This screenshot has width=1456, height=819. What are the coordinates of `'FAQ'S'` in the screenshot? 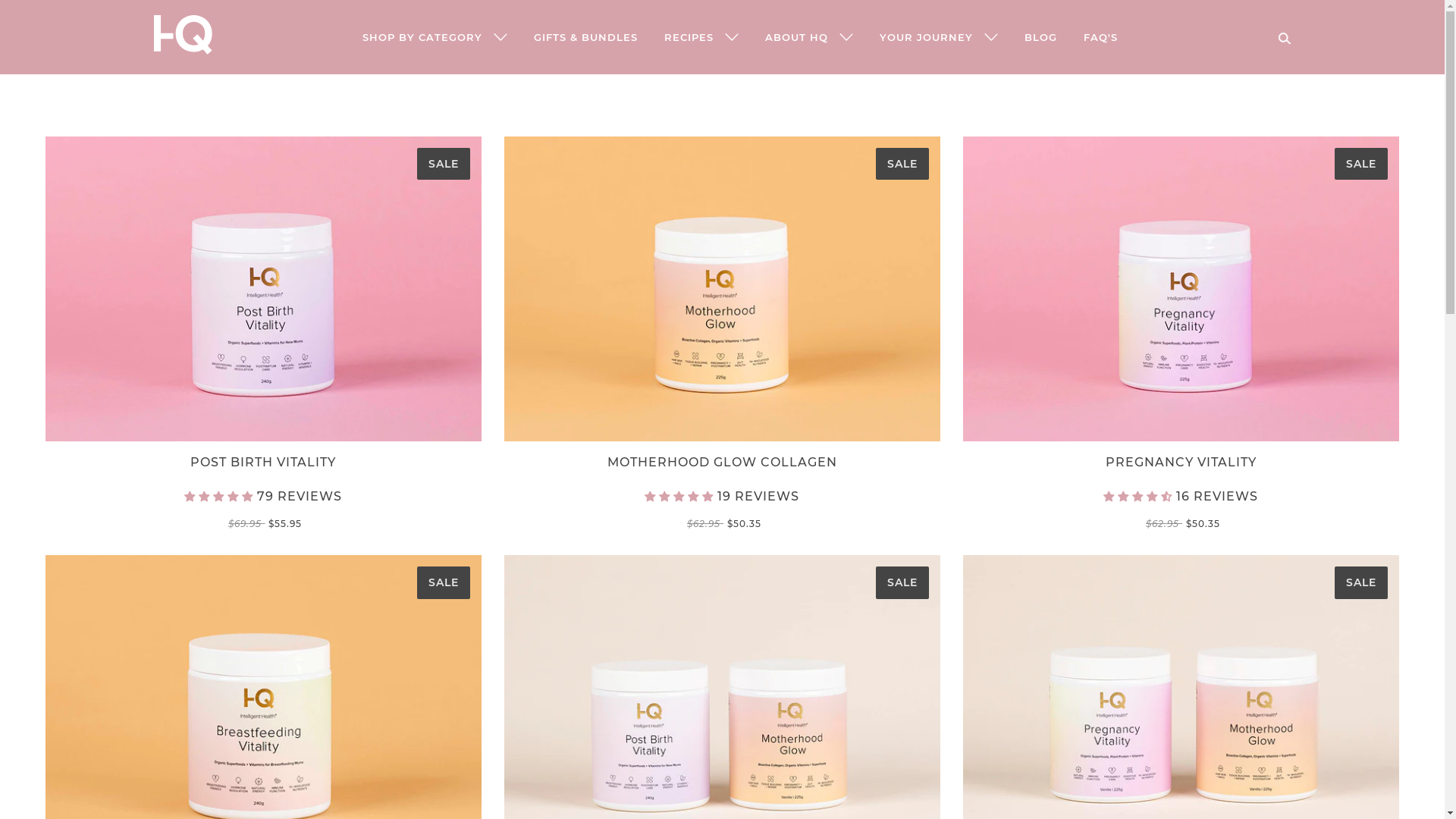 It's located at (1100, 36).